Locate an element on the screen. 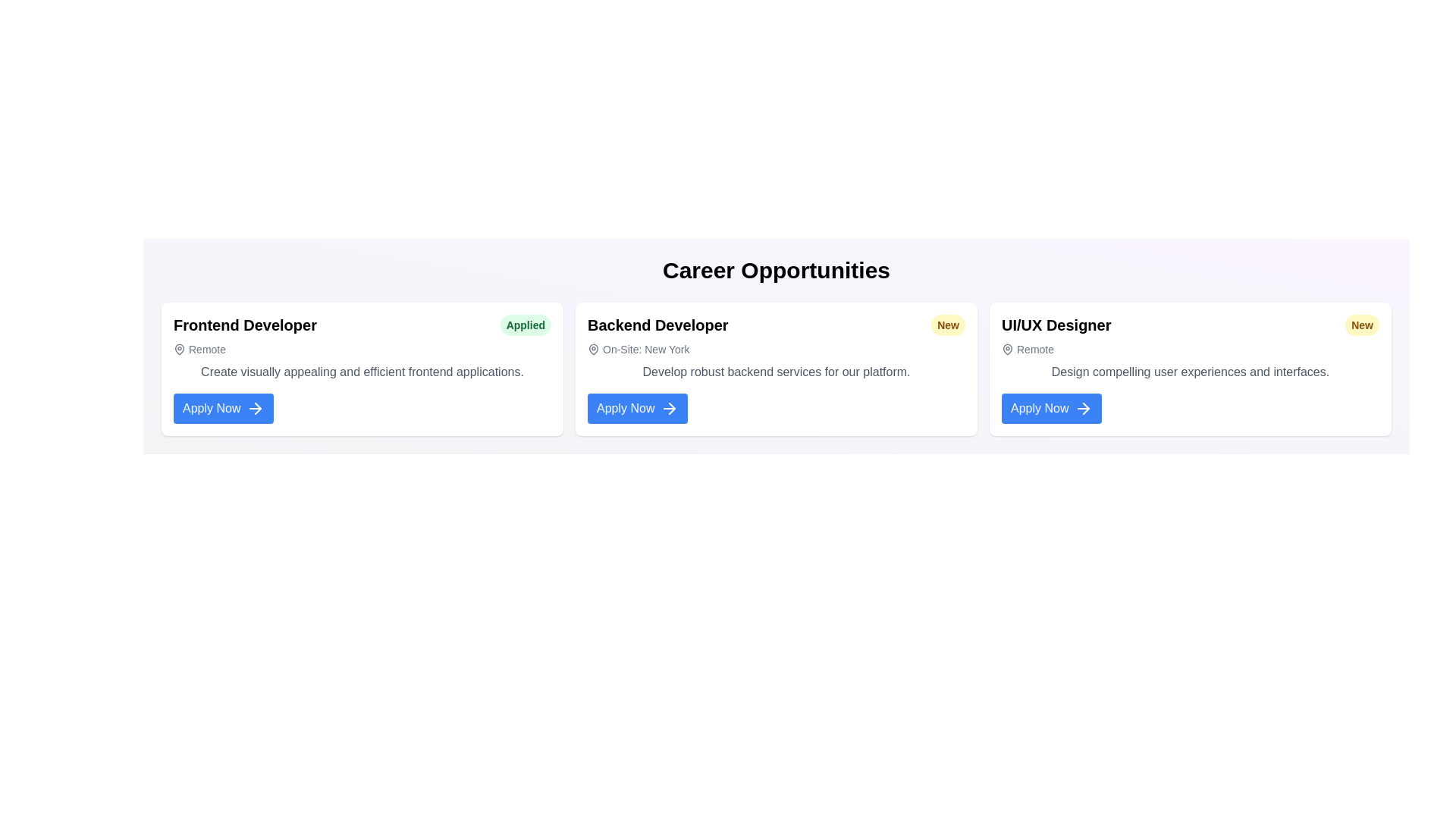 The height and width of the screenshot is (819, 1456). the forward action icon within the 'Apply Now' button of the 'UI/UX Designer' card, located at the rightmost position of the cards row is located at coordinates (1083, 408).